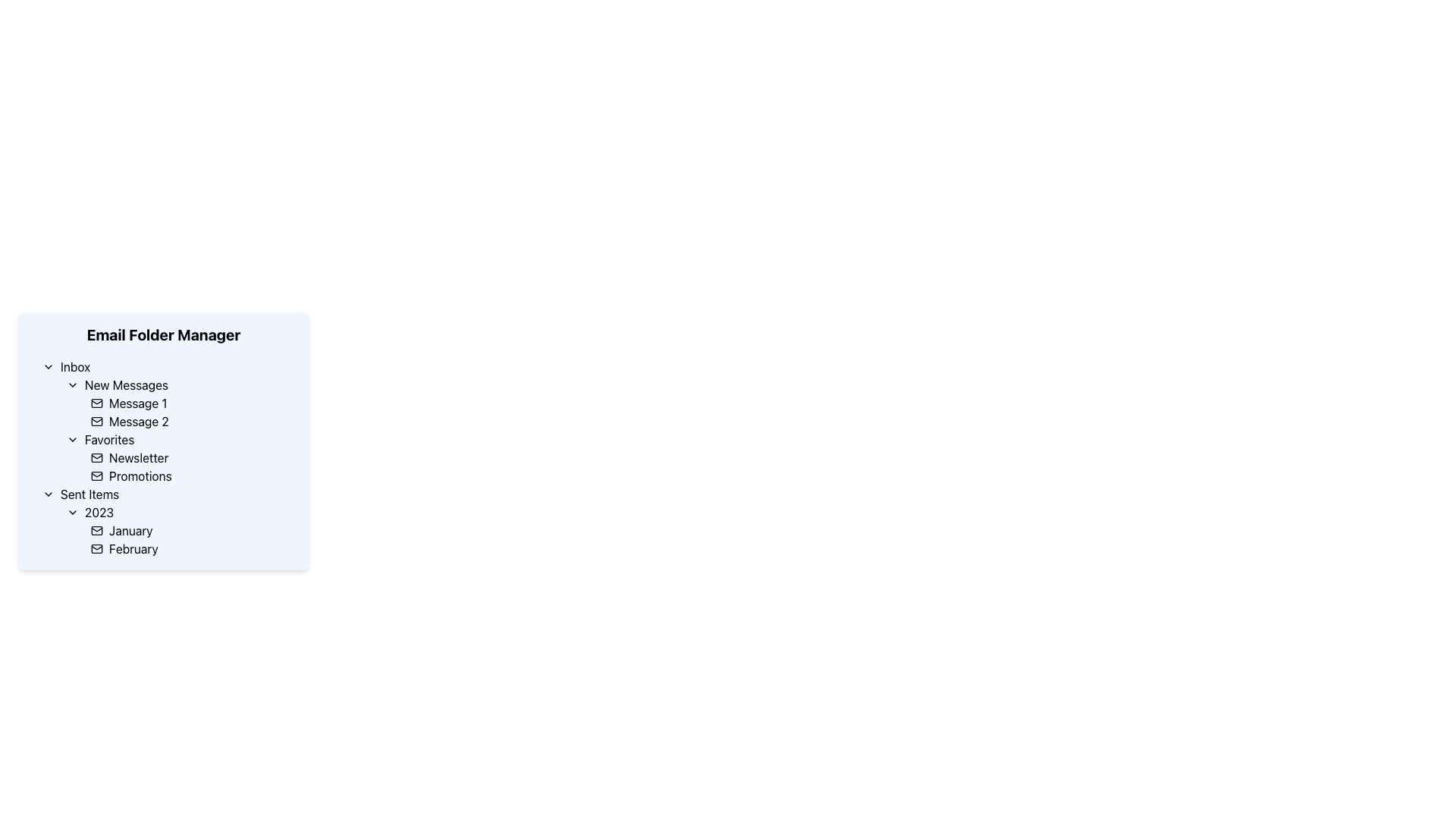 This screenshot has width=1456, height=819. I want to click on the text label displaying 'February' in black, so click(133, 549).